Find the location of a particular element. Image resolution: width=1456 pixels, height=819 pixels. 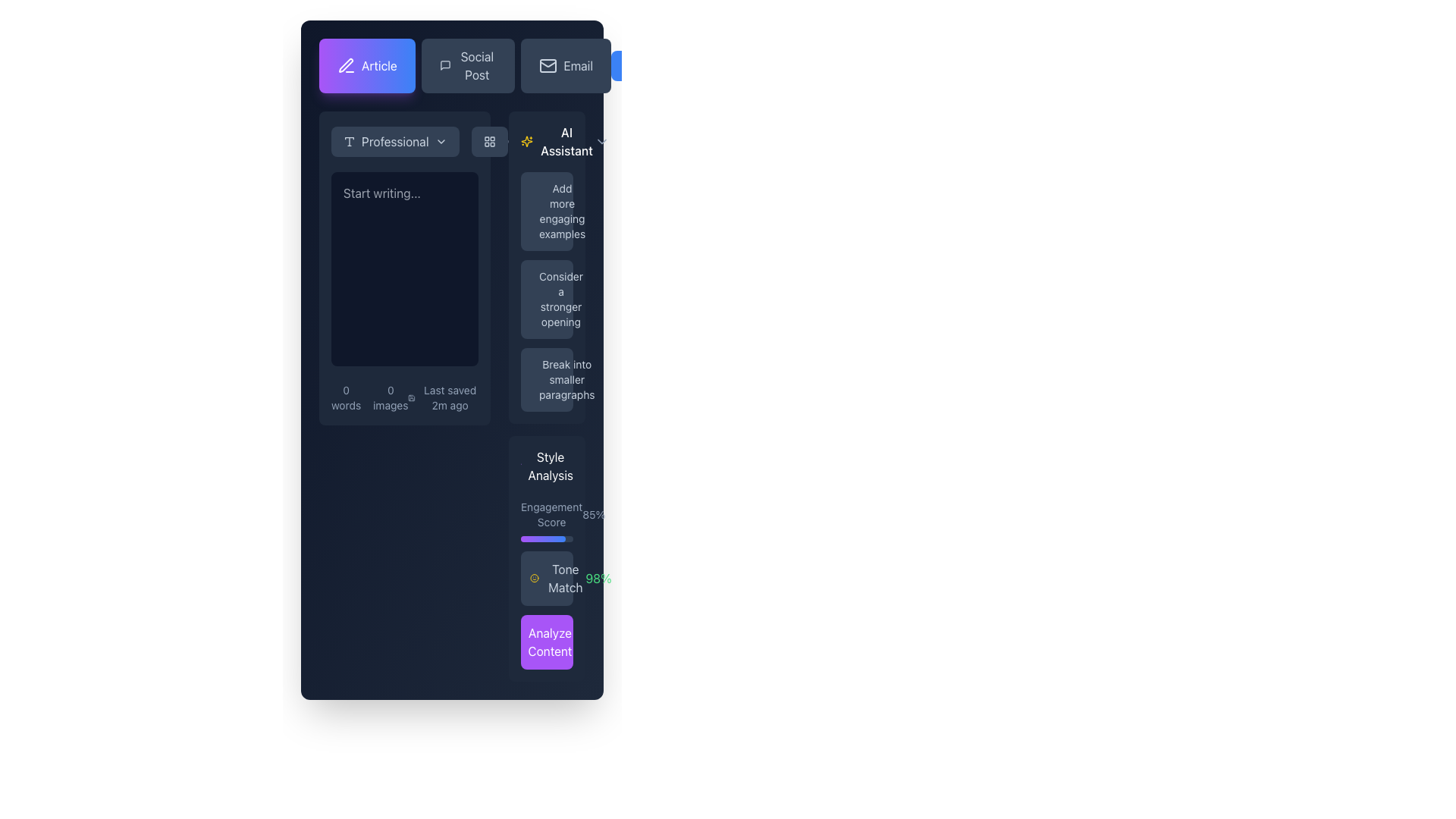

the text display showing '85%' in light gray, located next to 'Engagement Score' within the 'Style Analysis' section is located at coordinates (593, 513).